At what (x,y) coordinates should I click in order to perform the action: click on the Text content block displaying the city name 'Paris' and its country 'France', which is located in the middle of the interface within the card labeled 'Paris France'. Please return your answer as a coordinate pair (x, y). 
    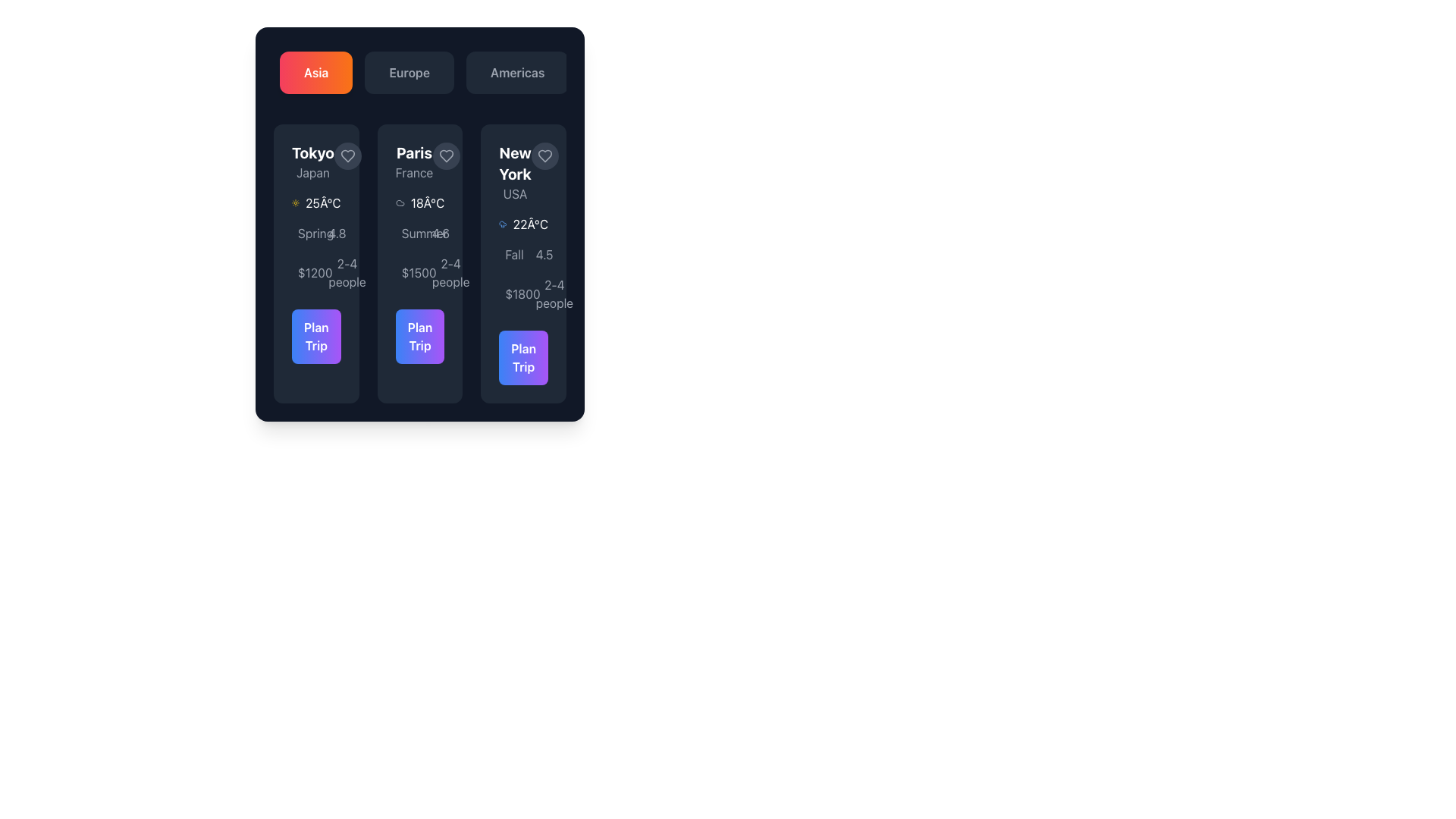
    Looking at the image, I should click on (419, 162).